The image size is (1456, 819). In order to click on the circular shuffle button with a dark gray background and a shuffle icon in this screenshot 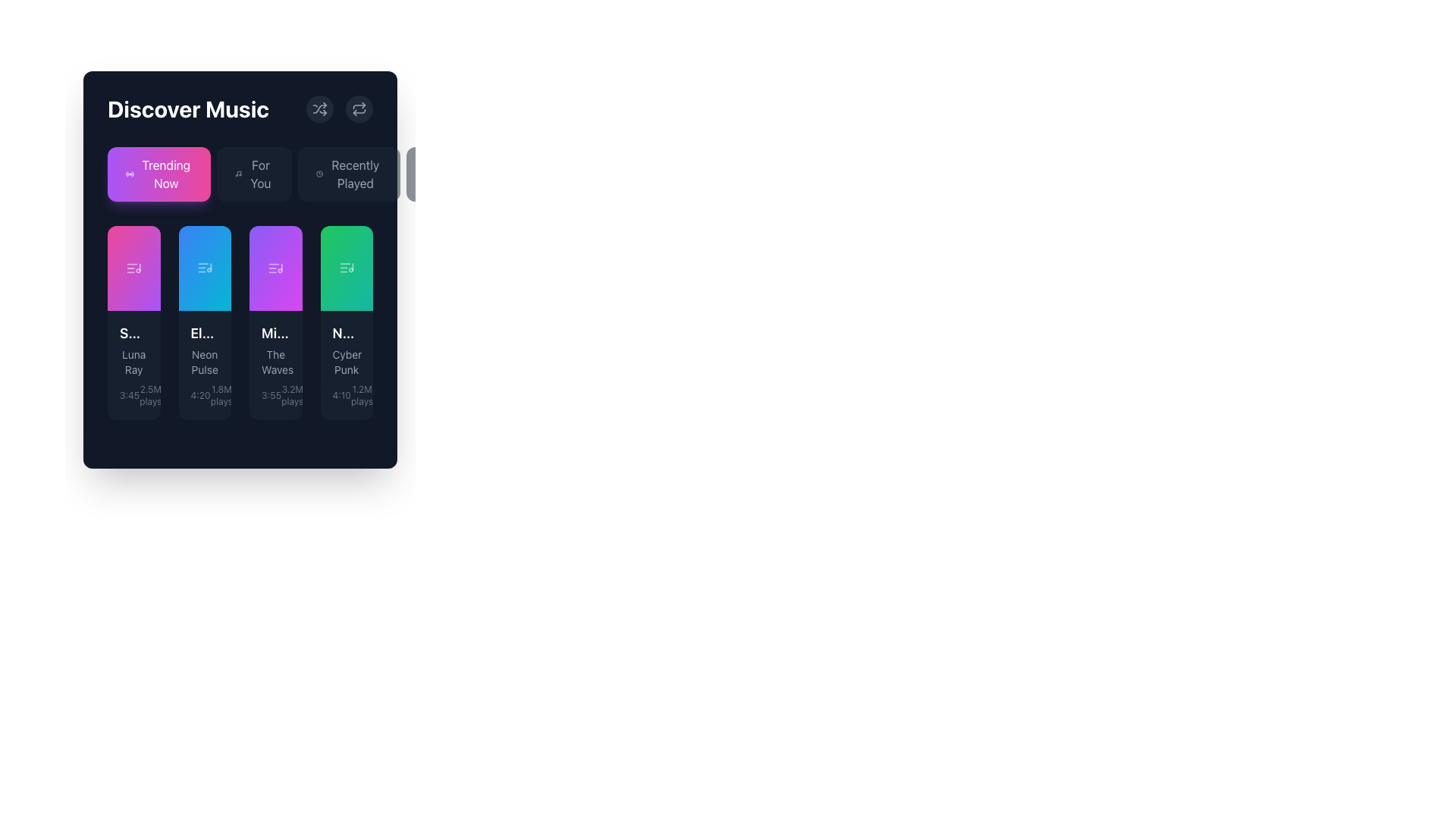, I will do `click(319, 108)`.